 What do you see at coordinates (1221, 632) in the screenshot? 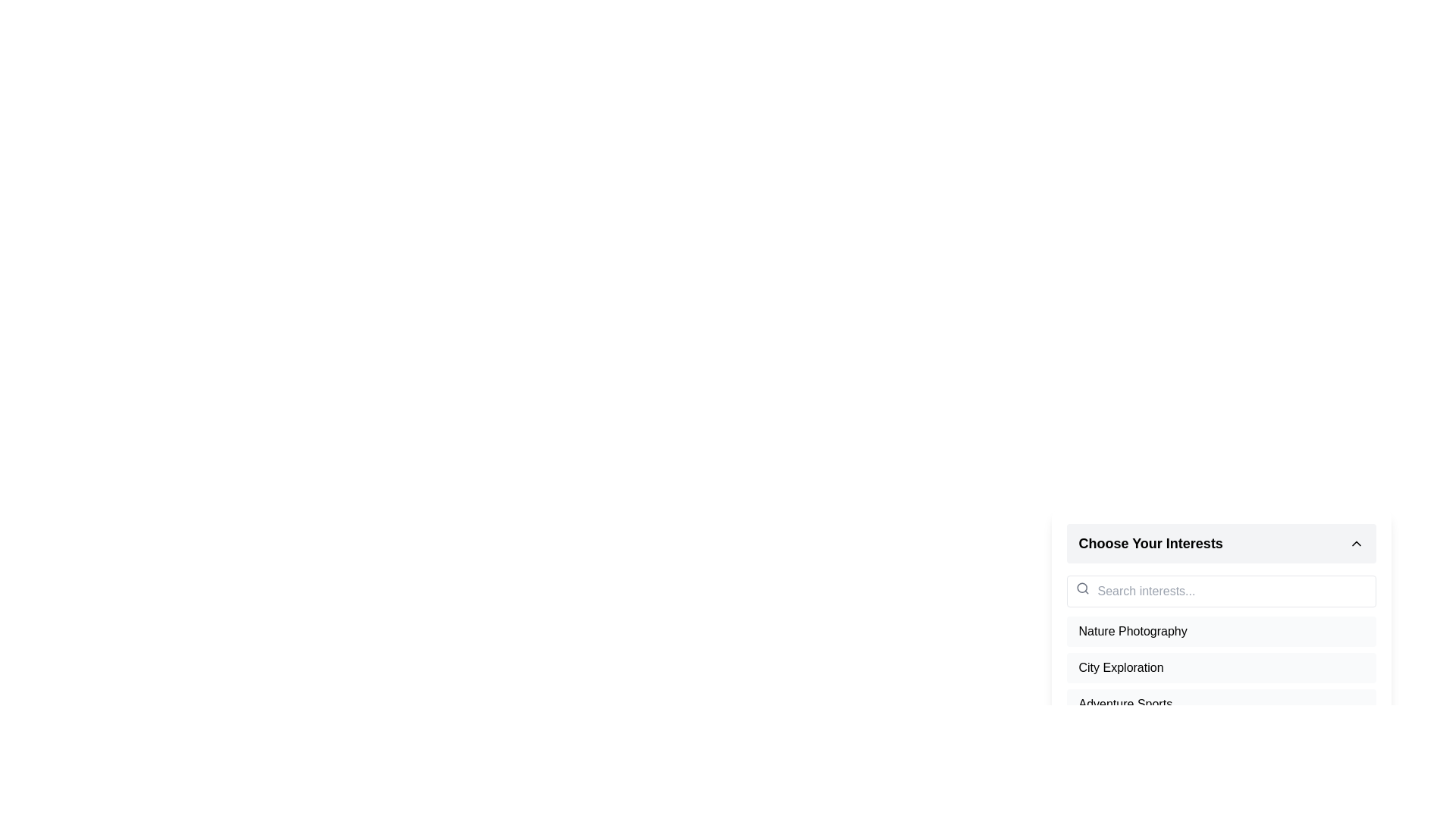
I see `the first item in the 'Choose Your Interests' list, which allows users` at bounding box center [1221, 632].